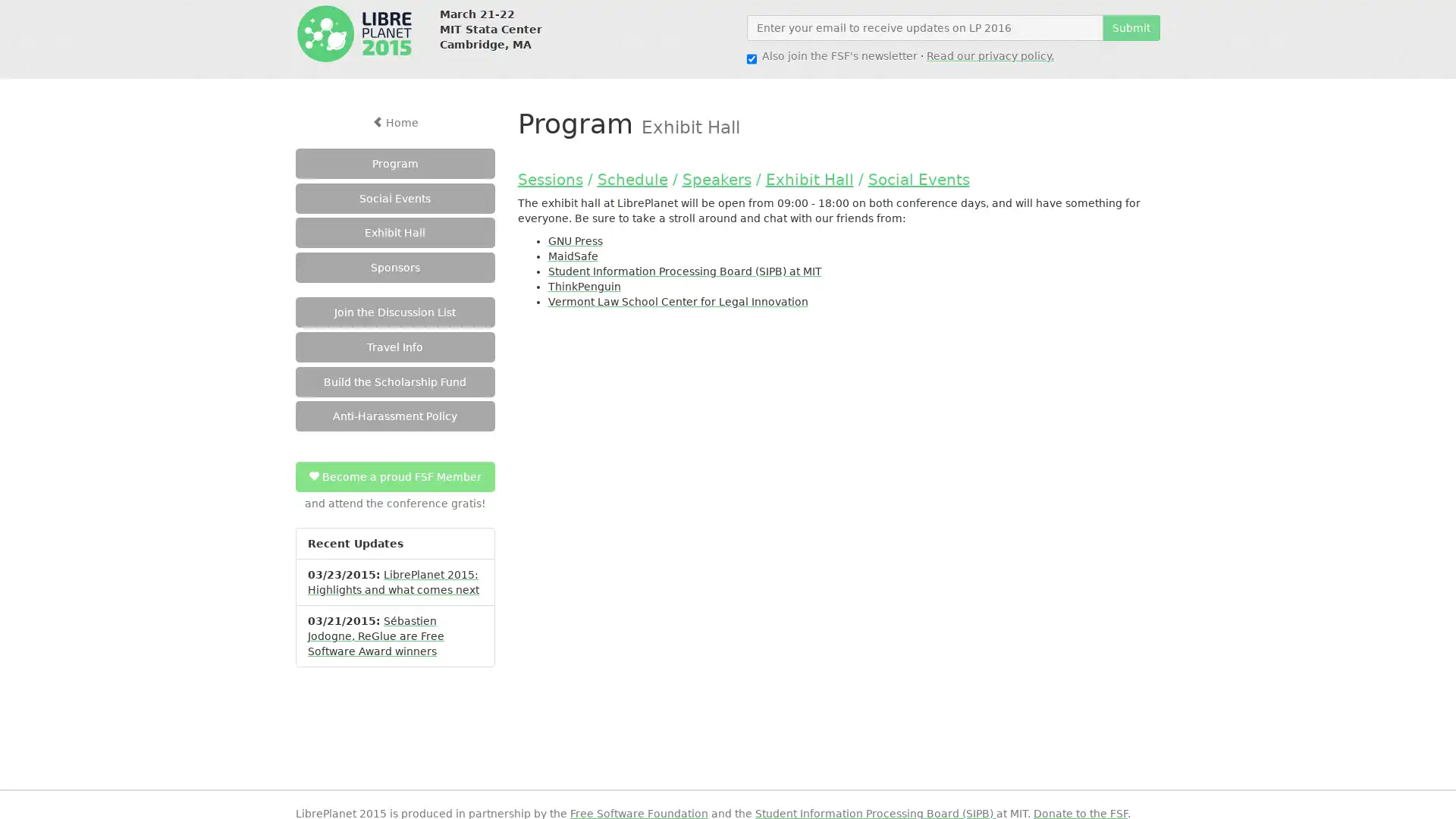  I want to click on Submit, so click(1131, 28).